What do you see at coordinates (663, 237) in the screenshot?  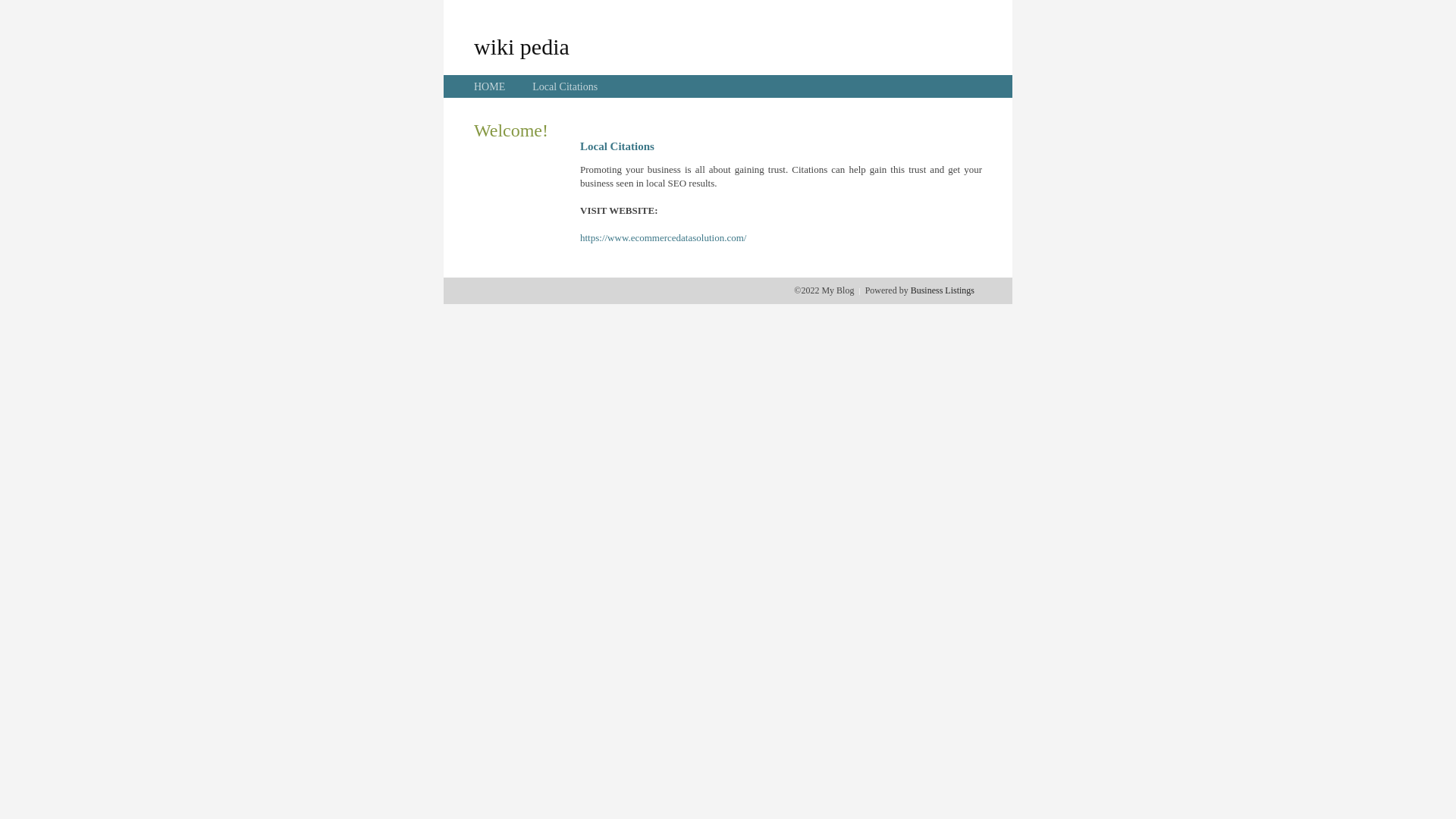 I see `'https://www.ecommercedatasolution.com/'` at bounding box center [663, 237].